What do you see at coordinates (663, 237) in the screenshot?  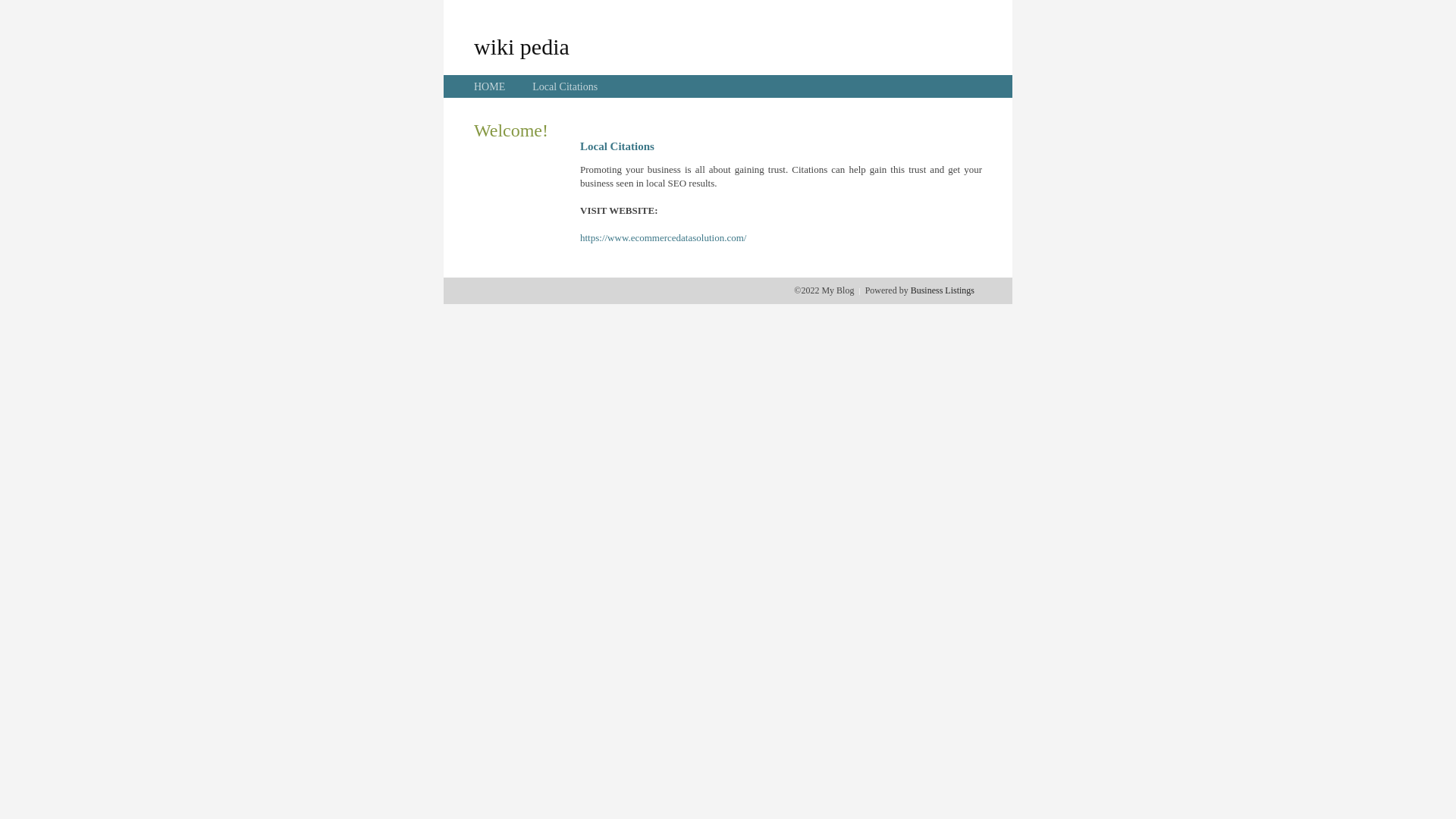 I see `'https://www.ecommercedatasolution.com/'` at bounding box center [663, 237].